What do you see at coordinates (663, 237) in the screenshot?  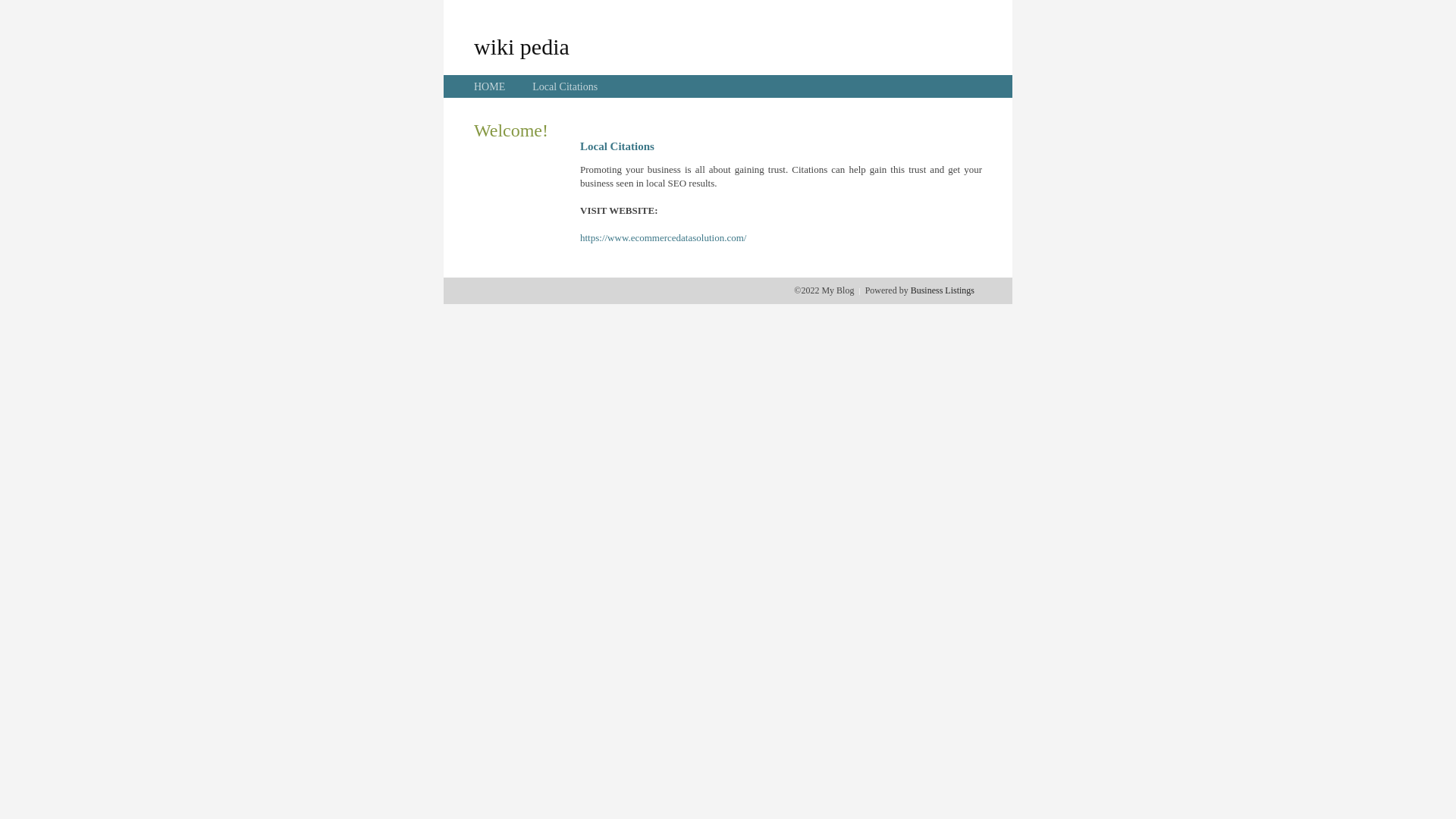 I see `'https://www.ecommercedatasolution.com/'` at bounding box center [663, 237].